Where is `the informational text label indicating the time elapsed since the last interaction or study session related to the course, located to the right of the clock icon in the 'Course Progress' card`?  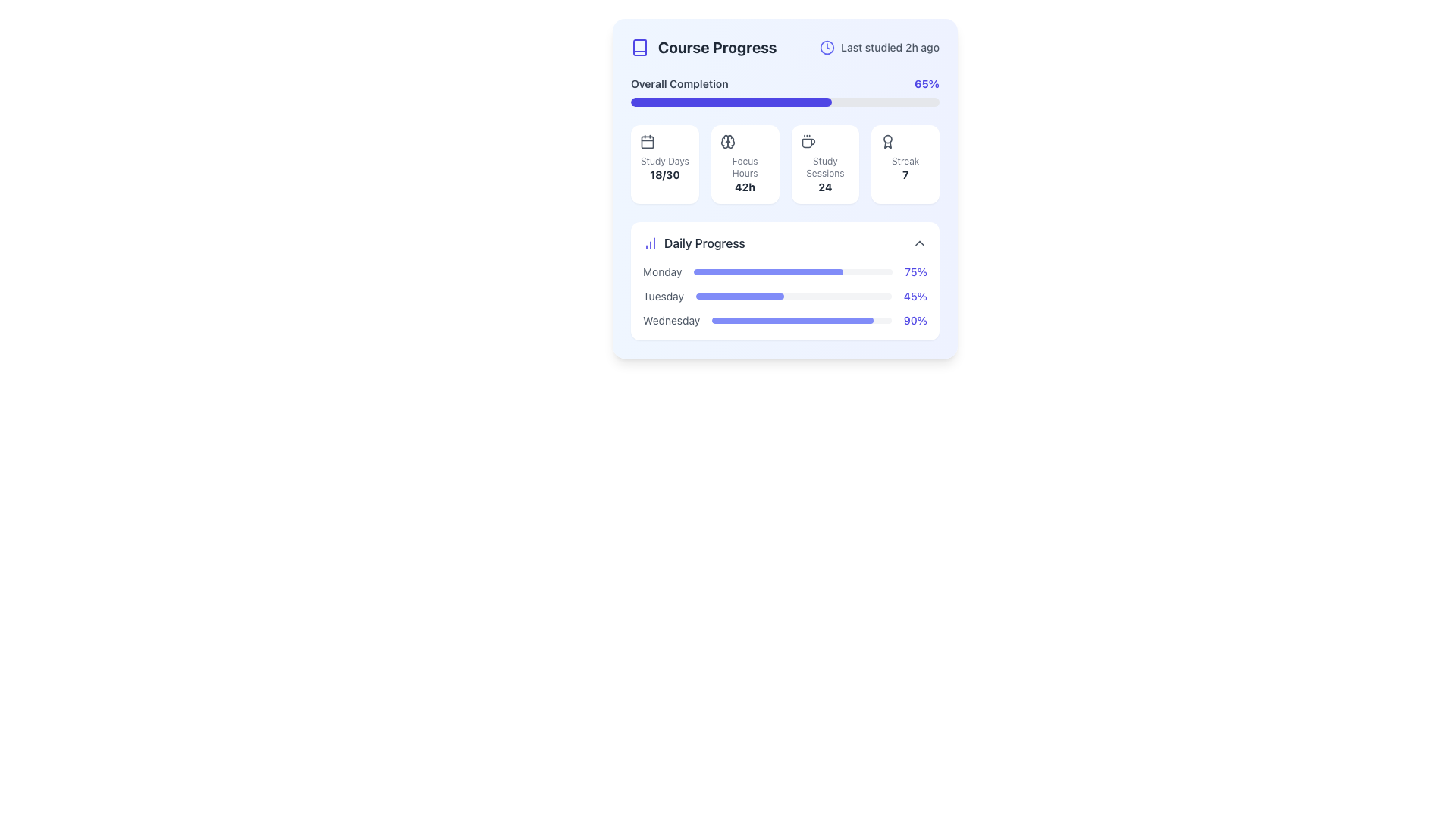 the informational text label indicating the time elapsed since the last interaction or study session related to the course, located to the right of the clock icon in the 'Course Progress' card is located at coordinates (890, 46).